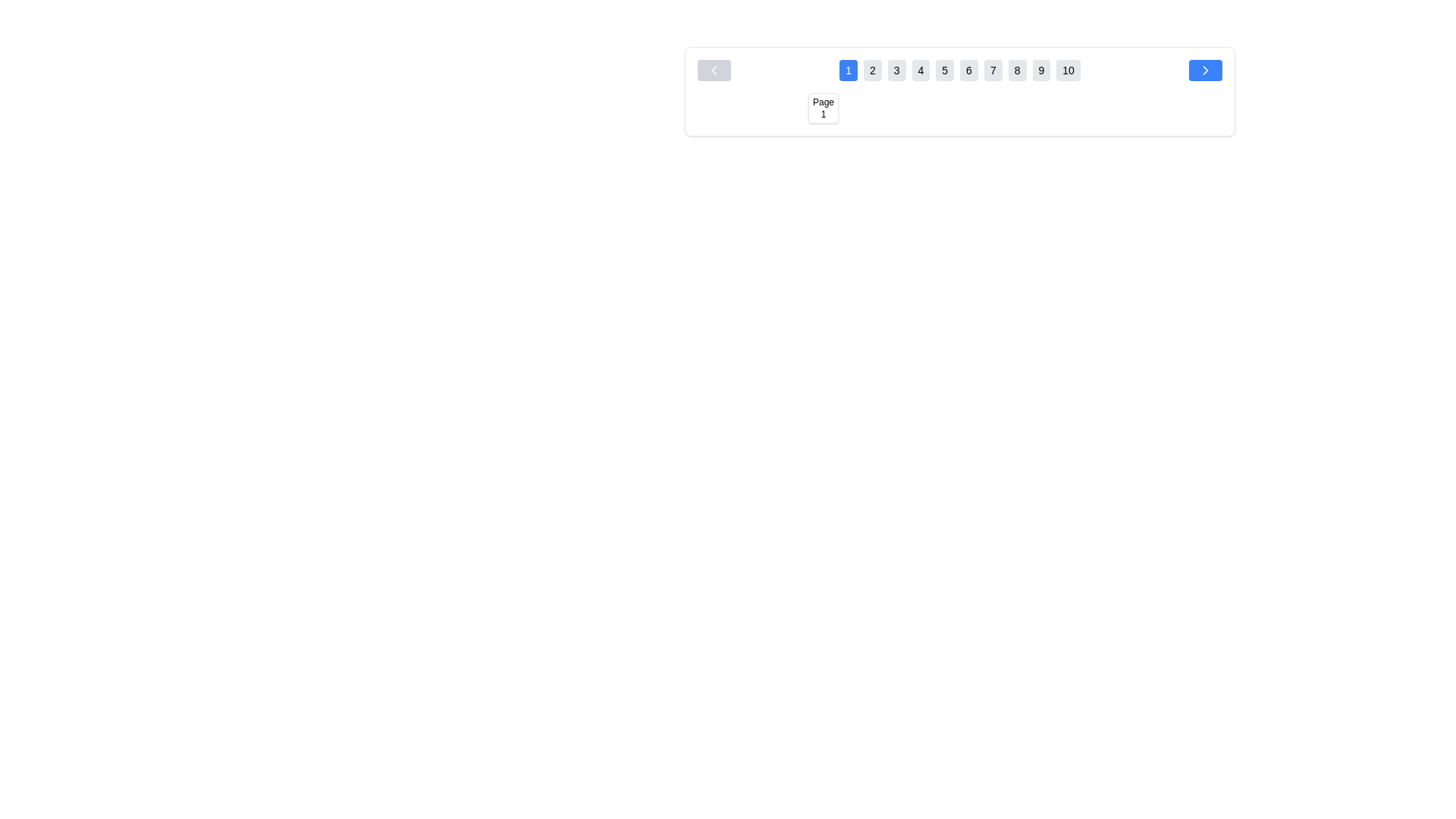 This screenshot has width=1456, height=819. What do you see at coordinates (896, 70) in the screenshot?
I see `the button labeled '3', which is the third button in a row of pagination controls` at bounding box center [896, 70].